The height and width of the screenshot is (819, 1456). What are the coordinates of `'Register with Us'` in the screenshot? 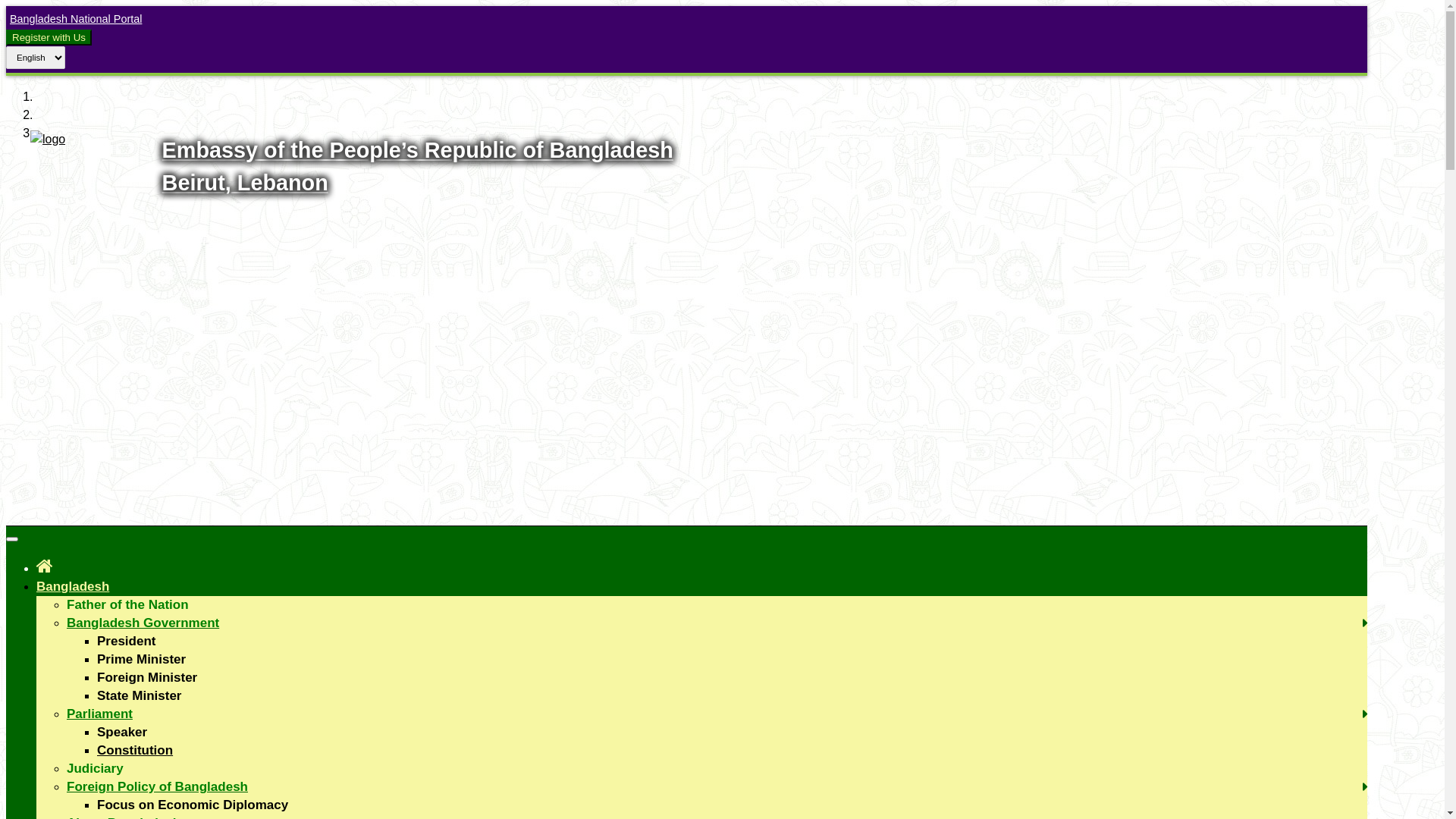 It's located at (49, 36).